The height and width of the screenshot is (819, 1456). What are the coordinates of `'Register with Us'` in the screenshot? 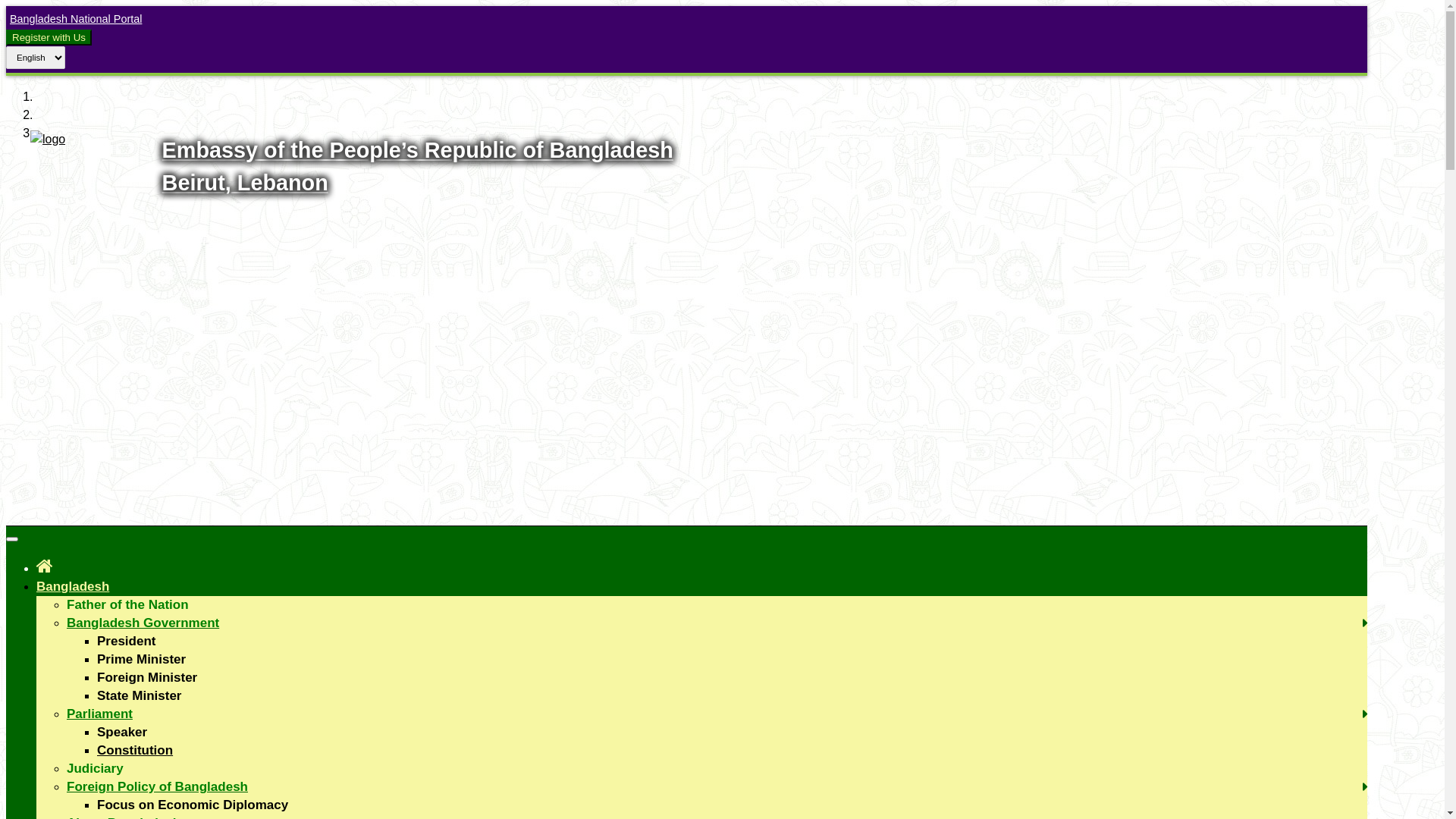 It's located at (49, 36).